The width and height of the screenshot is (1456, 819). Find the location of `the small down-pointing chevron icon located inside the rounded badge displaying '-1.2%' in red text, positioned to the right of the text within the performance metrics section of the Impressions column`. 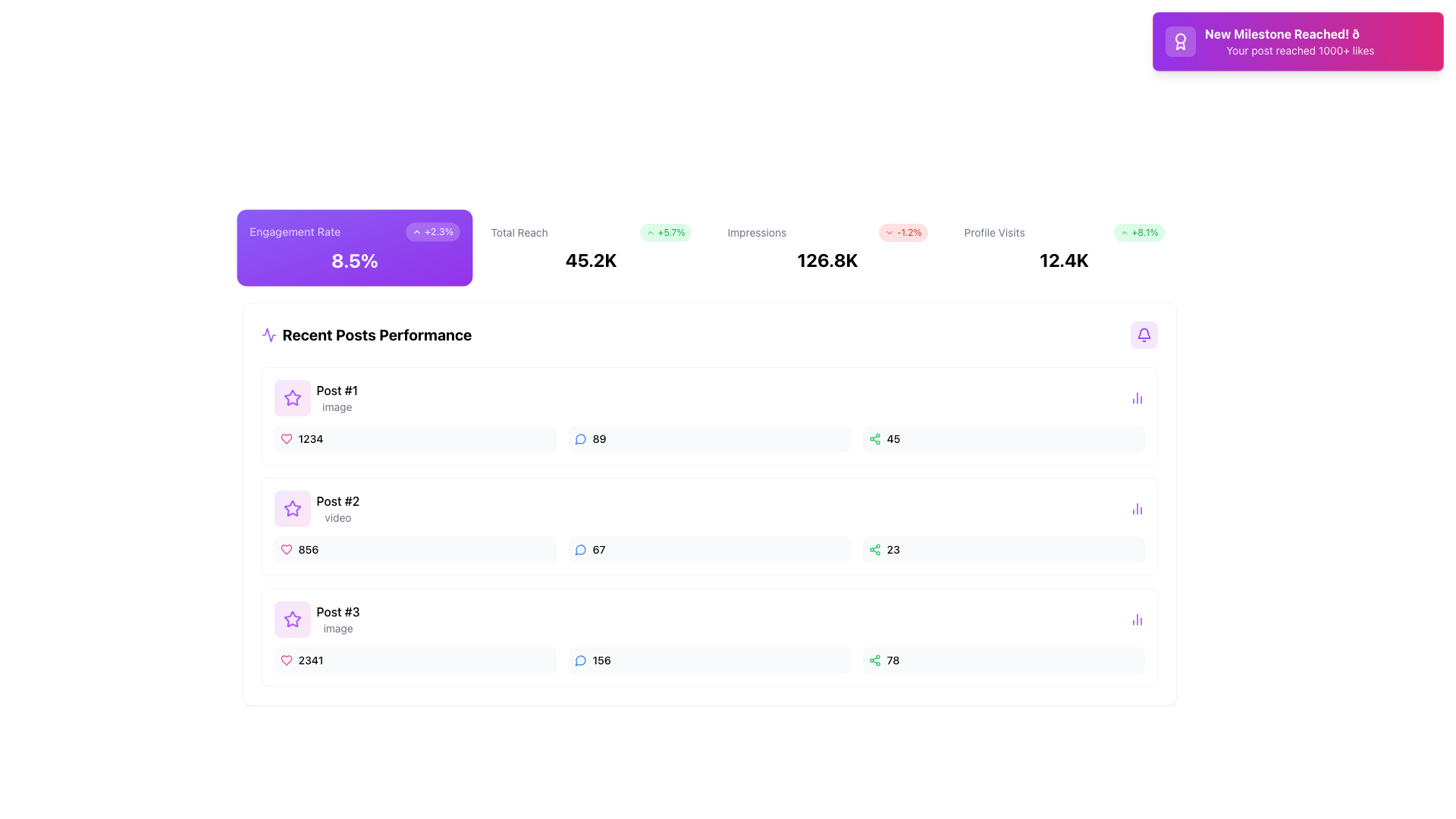

the small down-pointing chevron icon located inside the rounded badge displaying '-1.2%' in red text, positioned to the right of the text within the performance metrics section of the Impressions column is located at coordinates (889, 233).